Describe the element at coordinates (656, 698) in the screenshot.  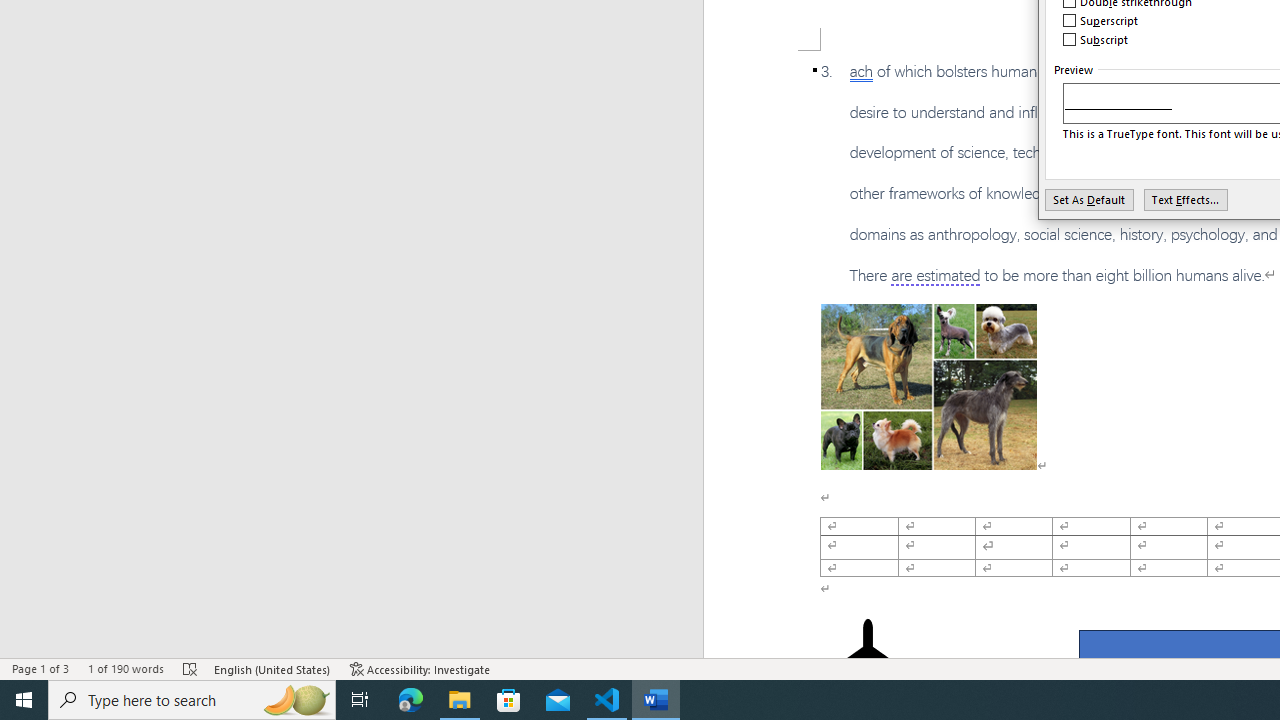
I see `'Word - 1 running window'` at that location.